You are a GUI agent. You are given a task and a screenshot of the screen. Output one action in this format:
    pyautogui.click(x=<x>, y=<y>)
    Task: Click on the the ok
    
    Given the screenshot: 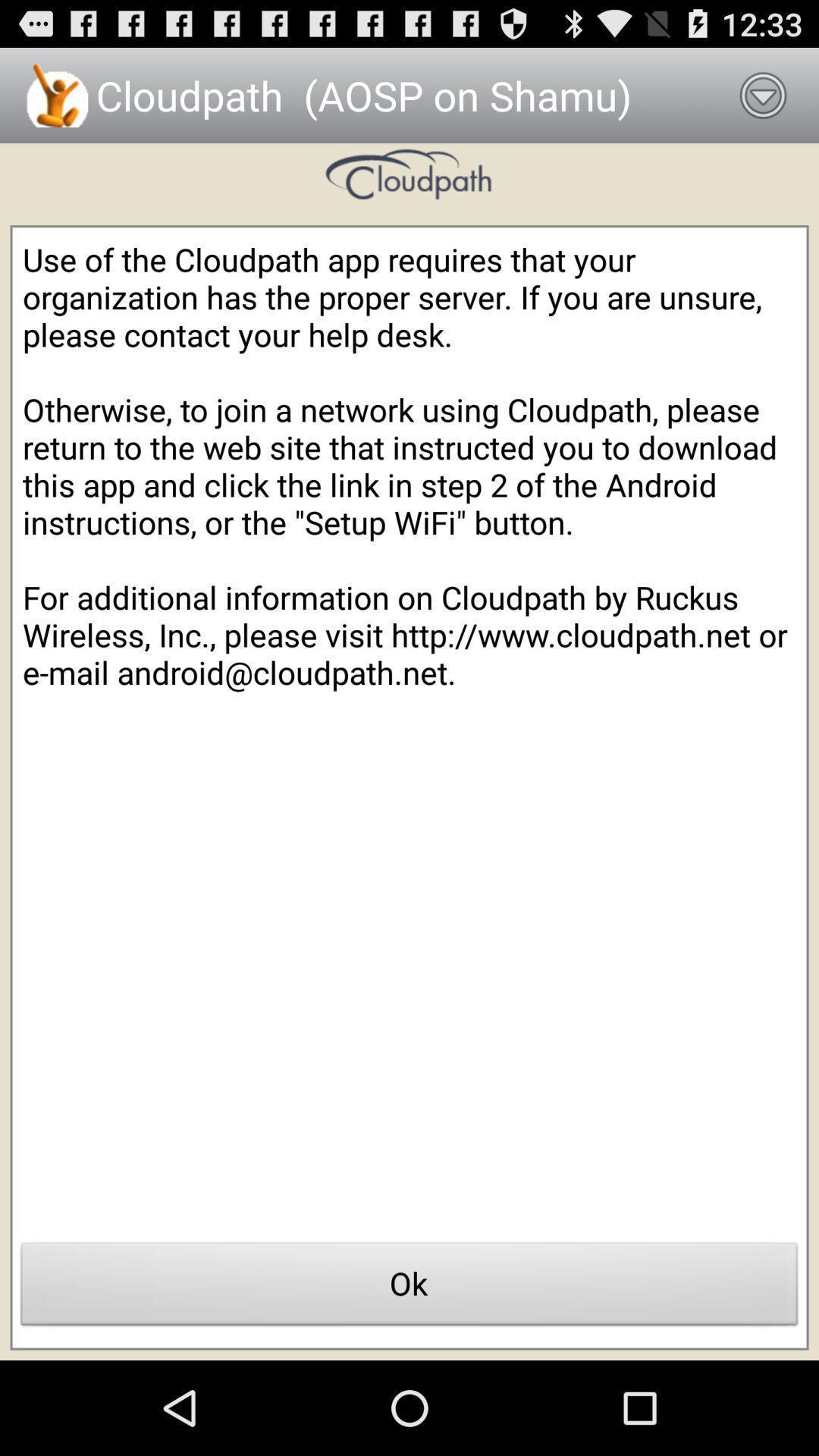 What is the action you would take?
    pyautogui.click(x=409, y=1287)
    